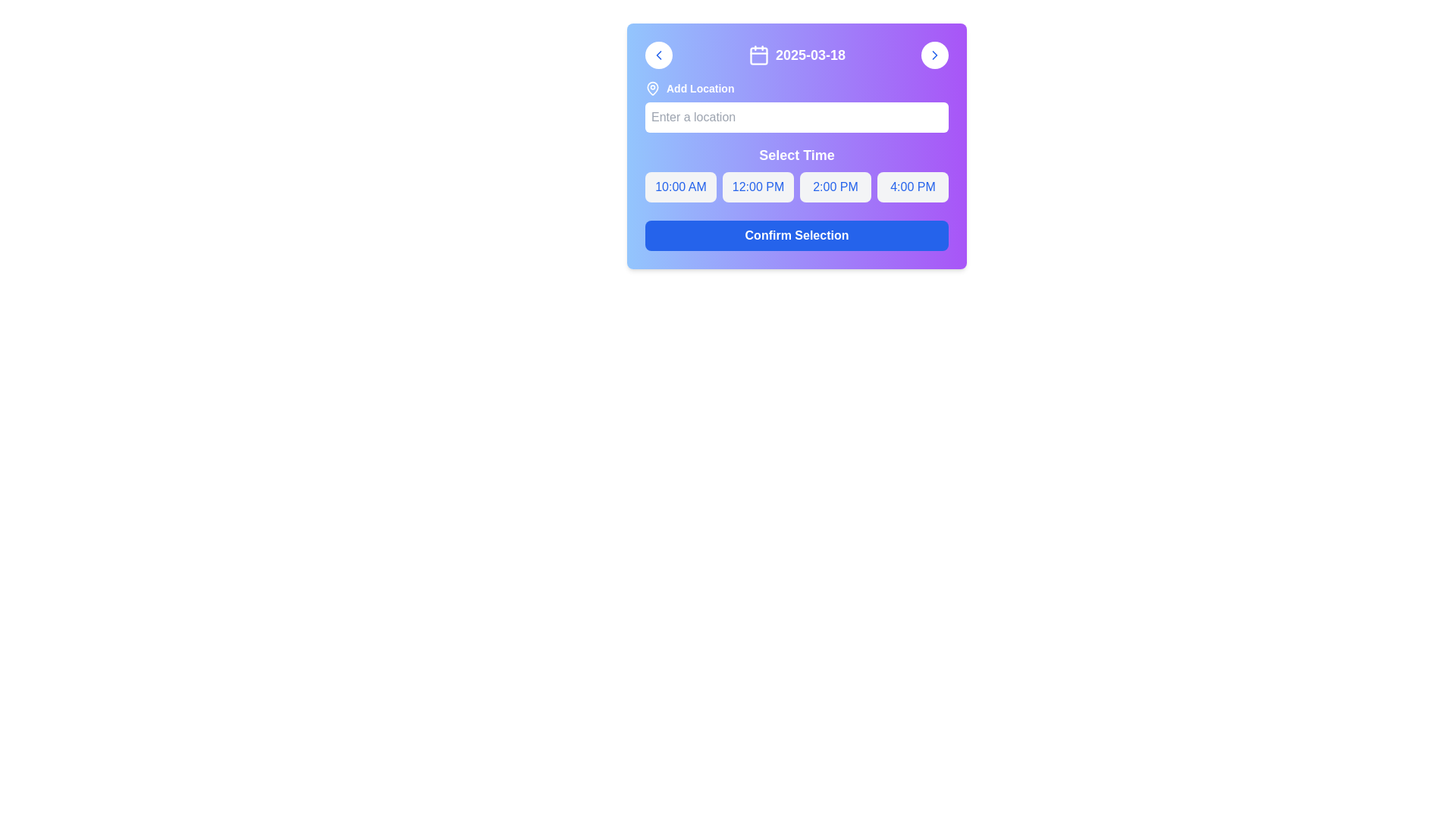 The height and width of the screenshot is (819, 1456). What do you see at coordinates (835, 186) in the screenshot?
I see `the selectable button labeled '2:00 PM'` at bounding box center [835, 186].